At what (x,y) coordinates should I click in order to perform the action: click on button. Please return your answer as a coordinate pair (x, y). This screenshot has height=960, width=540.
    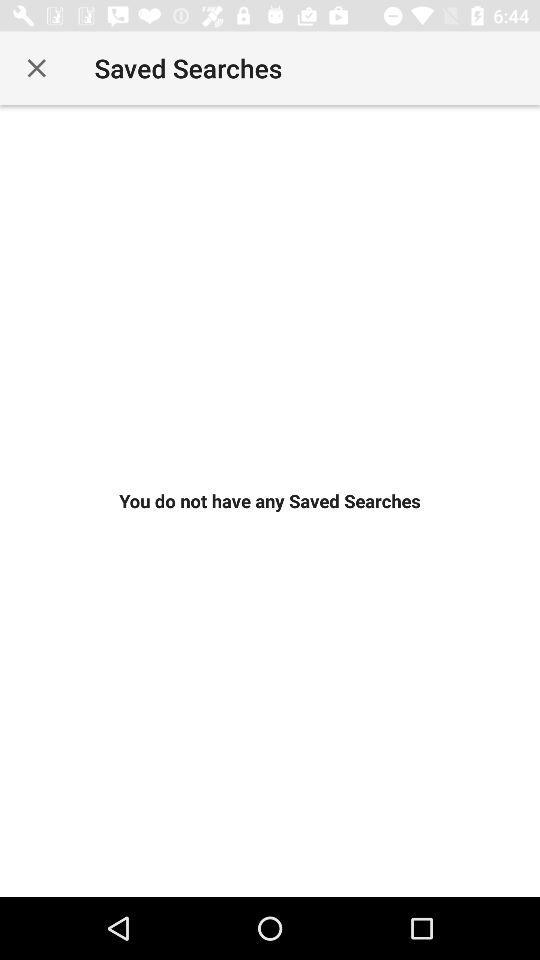
    Looking at the image, I should click on (36, 68).